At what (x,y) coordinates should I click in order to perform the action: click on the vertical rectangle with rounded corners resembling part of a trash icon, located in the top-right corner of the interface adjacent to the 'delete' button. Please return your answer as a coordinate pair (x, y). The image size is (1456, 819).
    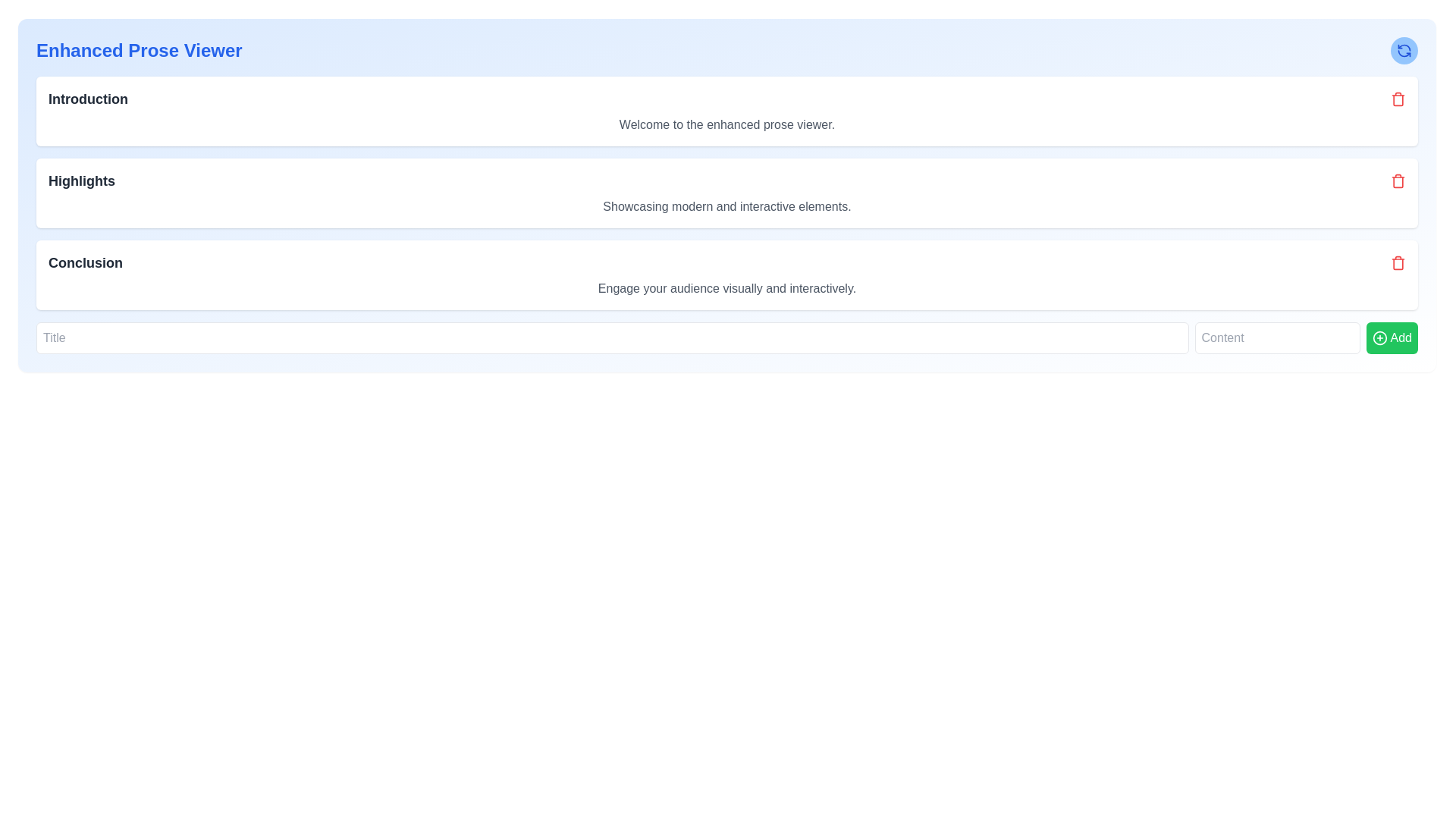
    Looking at the image, I should click on (1397, 99).